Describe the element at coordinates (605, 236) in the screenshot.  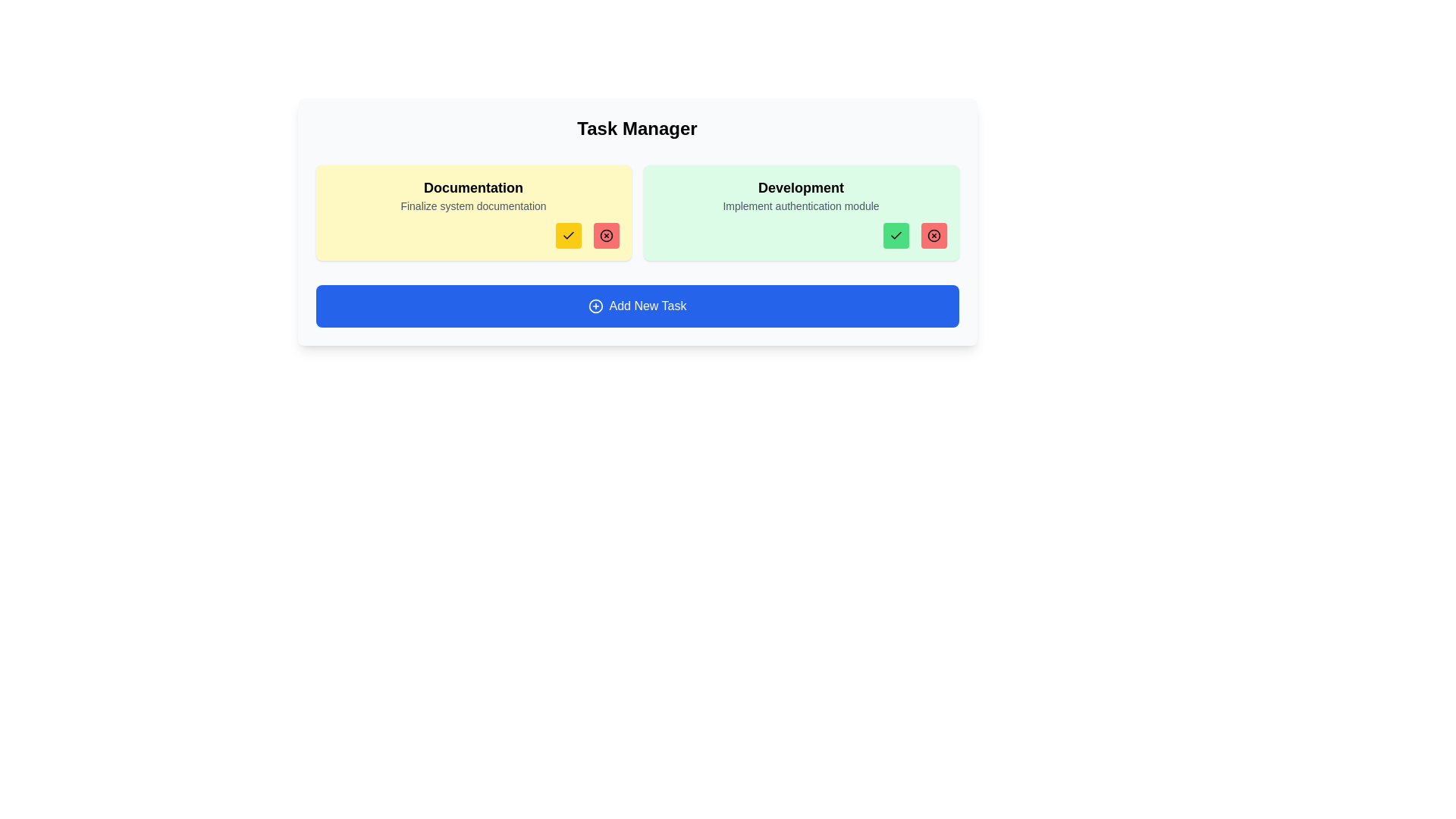
I see `the circular button with a red border and '×' symbol inside, located in the second column of the task grid under the 'Development' task card` at that location.